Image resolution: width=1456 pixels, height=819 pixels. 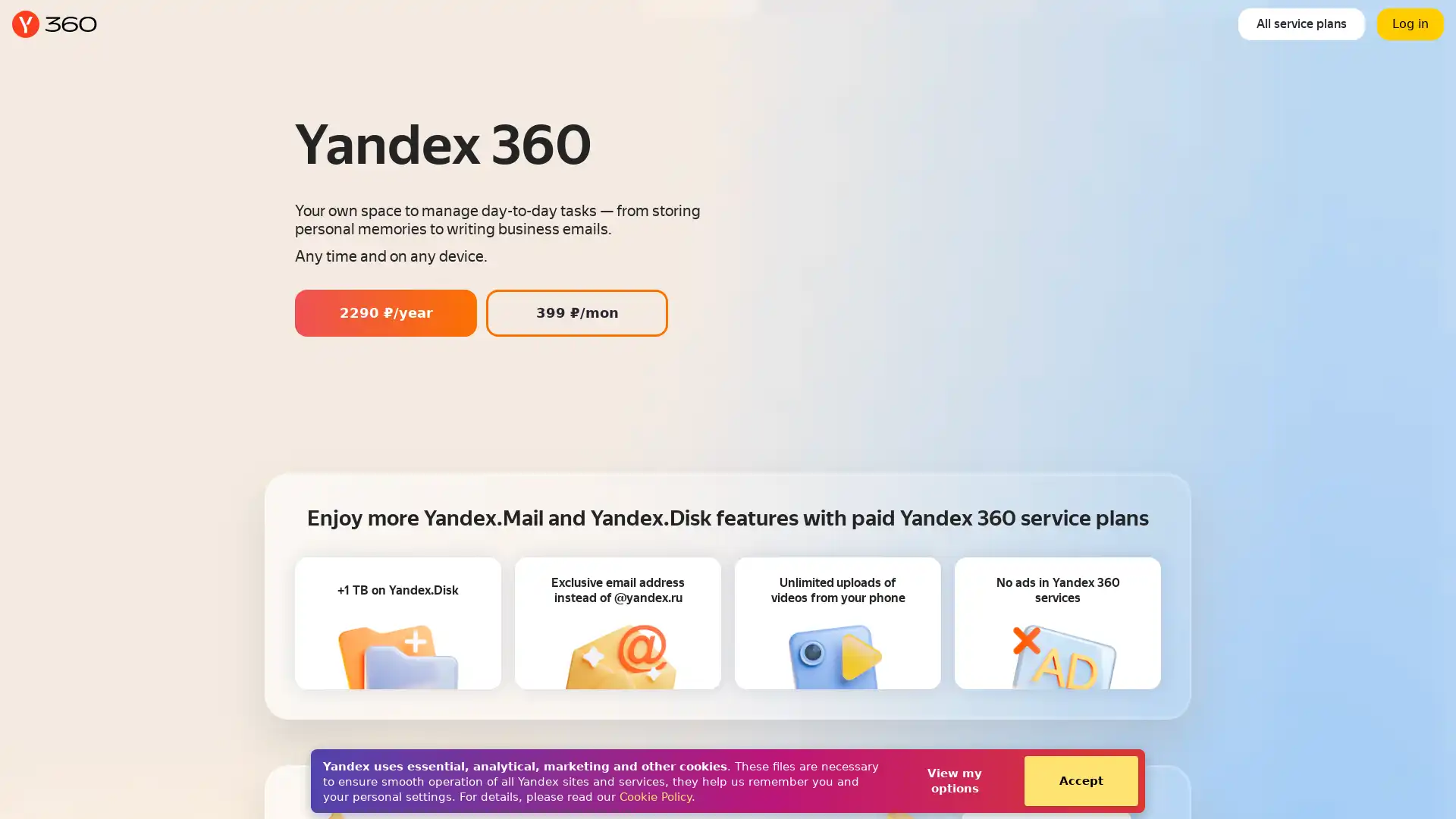 I want to click on View my options, so click(x=953, y=780).